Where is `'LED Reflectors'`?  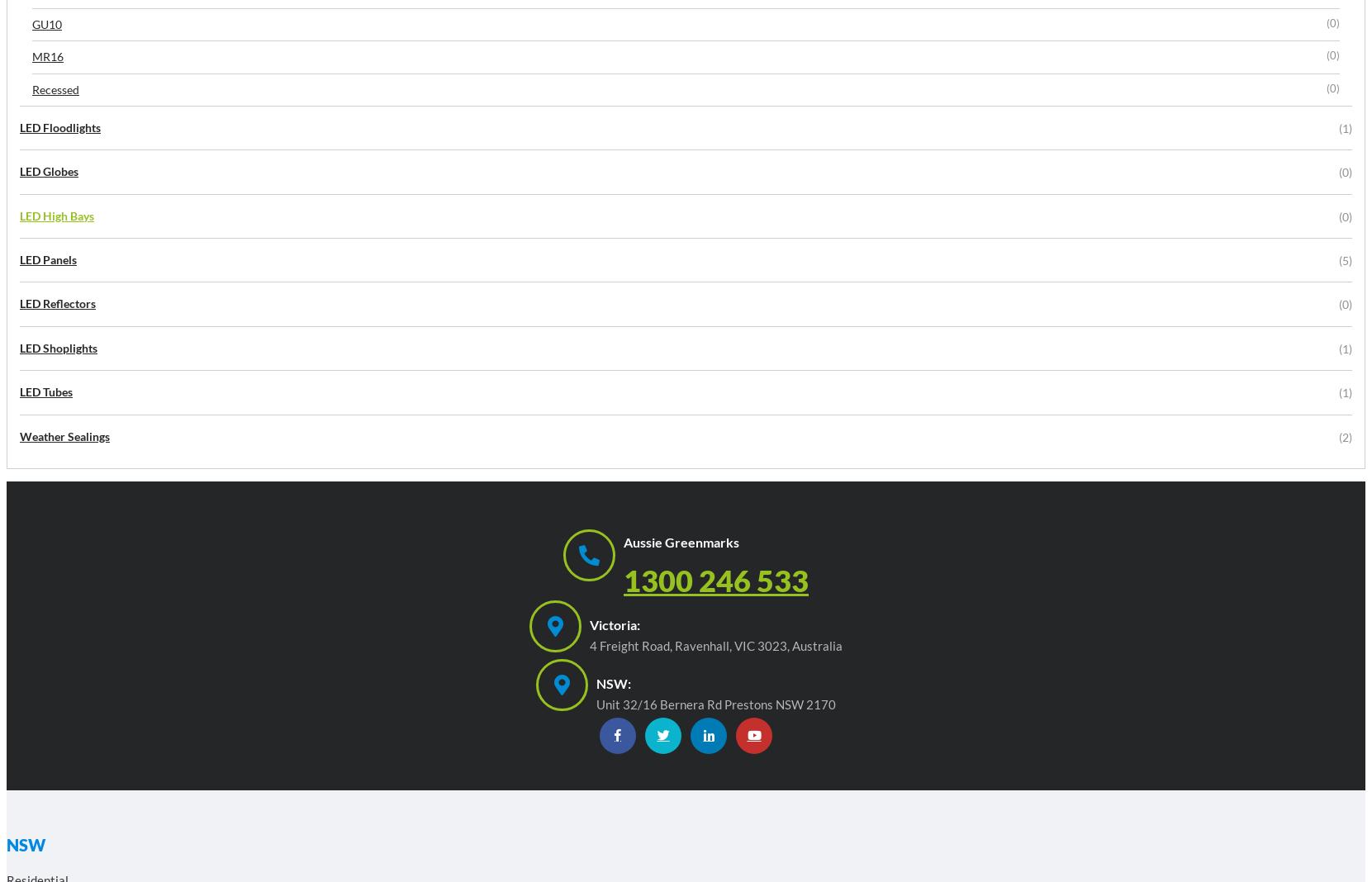
'LED Reflectors' is located at coordinates (18, 302).